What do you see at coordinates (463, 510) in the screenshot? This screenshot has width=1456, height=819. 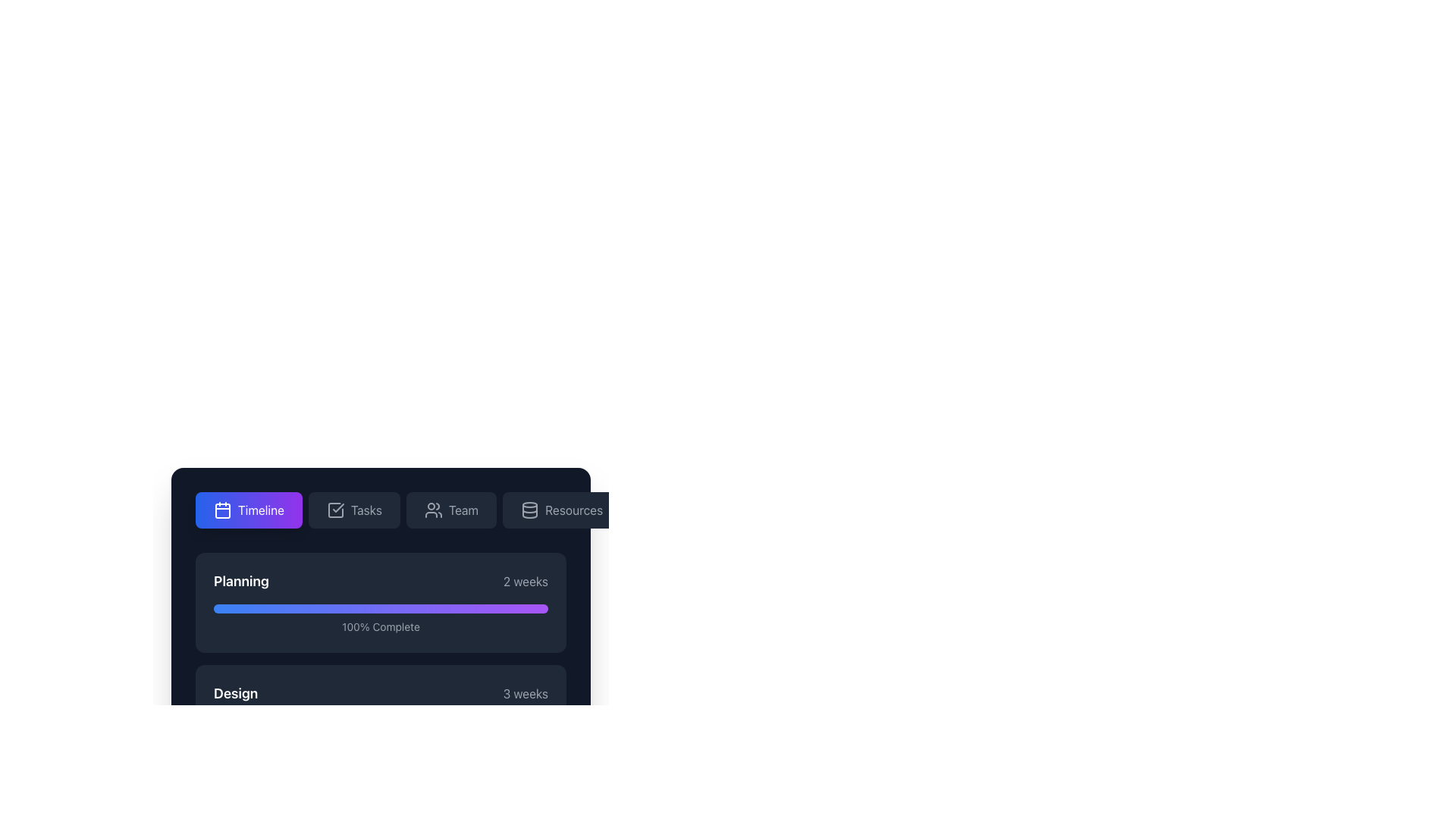 I see `the 'Team' text label located in the navigation bar at the top of the content card, which is the last text component in the sequence of 'Timeline', 'Tasks', and an icon before the 'Resources' icon` at bounding box center [463, 510].